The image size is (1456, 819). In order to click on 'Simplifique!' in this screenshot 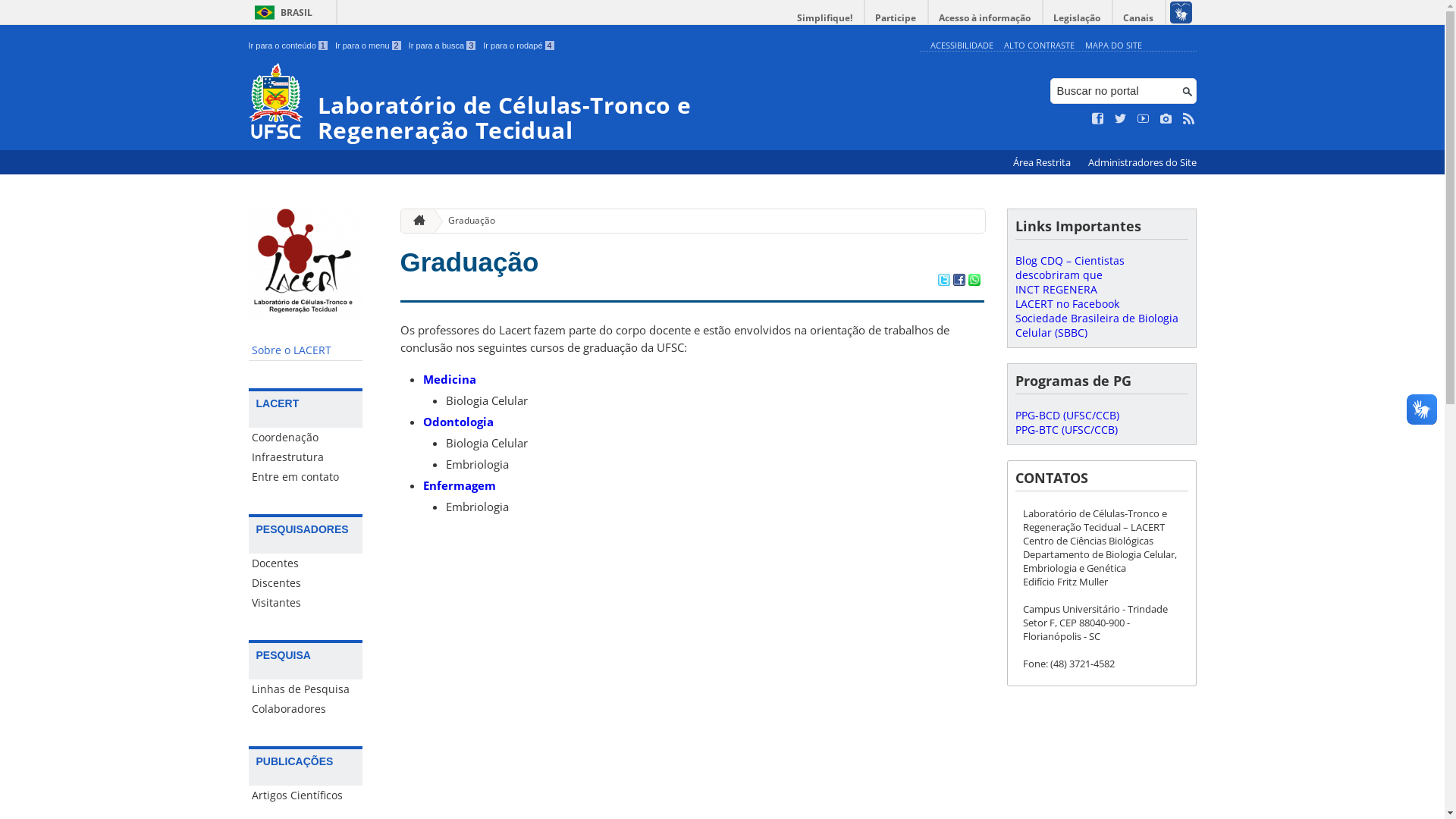, I will do `click(824, 17)`.